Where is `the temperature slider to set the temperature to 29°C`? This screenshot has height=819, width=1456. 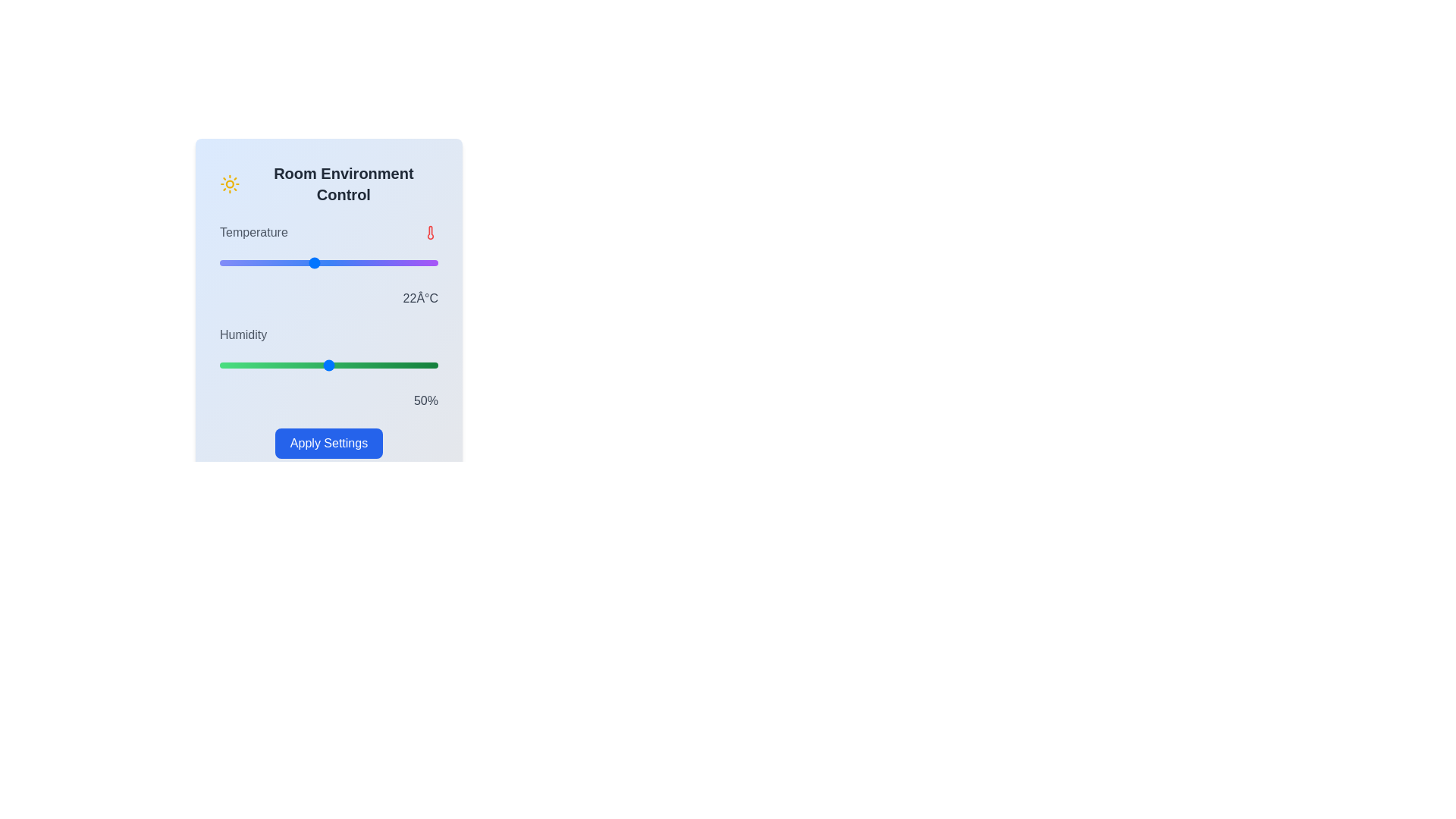 the temperature slider to set the temperature to 29°C is located at coordinates (422, 262).